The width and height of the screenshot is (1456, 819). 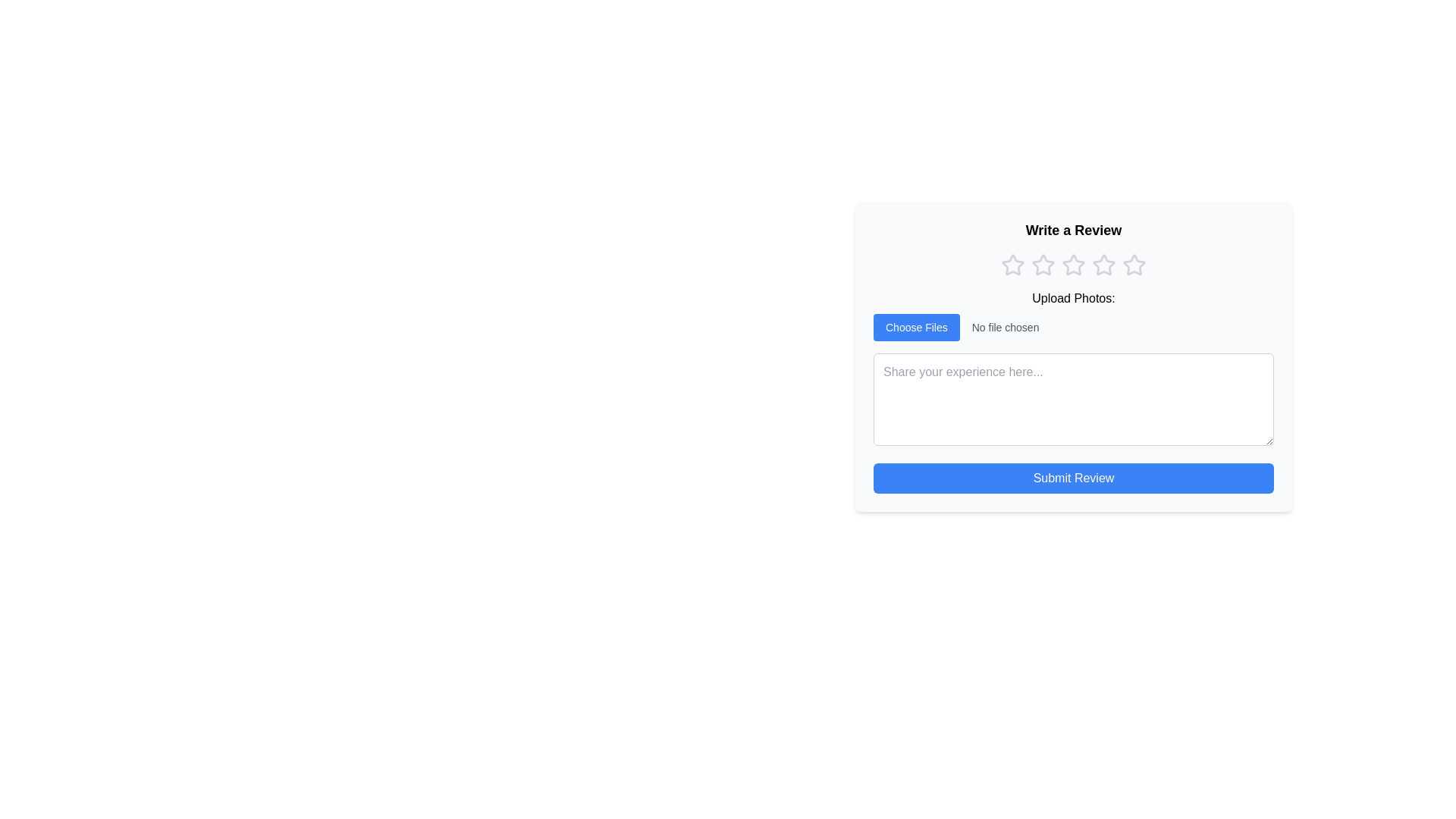 I want to click on the third star in the rating system, so click(x=1073, y=265).